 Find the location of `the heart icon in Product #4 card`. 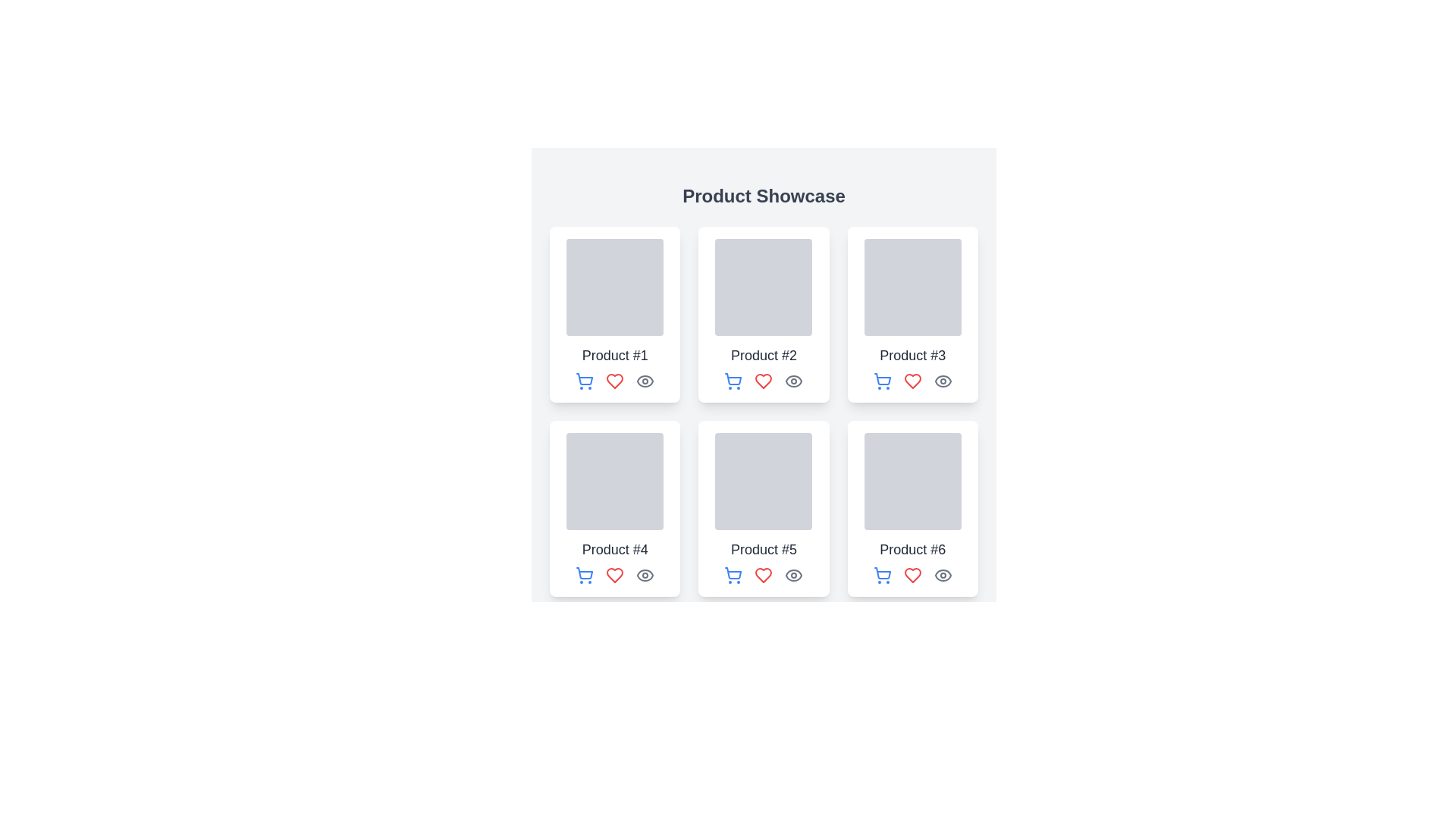

the heart icon in Product #4 card is located at coordinates (615, 576).